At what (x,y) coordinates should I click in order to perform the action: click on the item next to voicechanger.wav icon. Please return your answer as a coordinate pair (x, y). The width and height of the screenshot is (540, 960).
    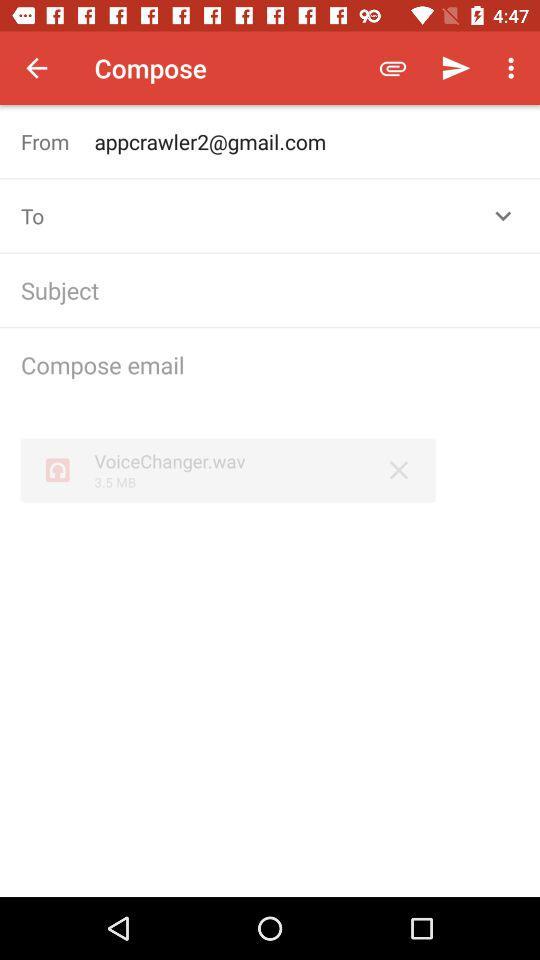
    Looking at the image, I should click on (399, 470).